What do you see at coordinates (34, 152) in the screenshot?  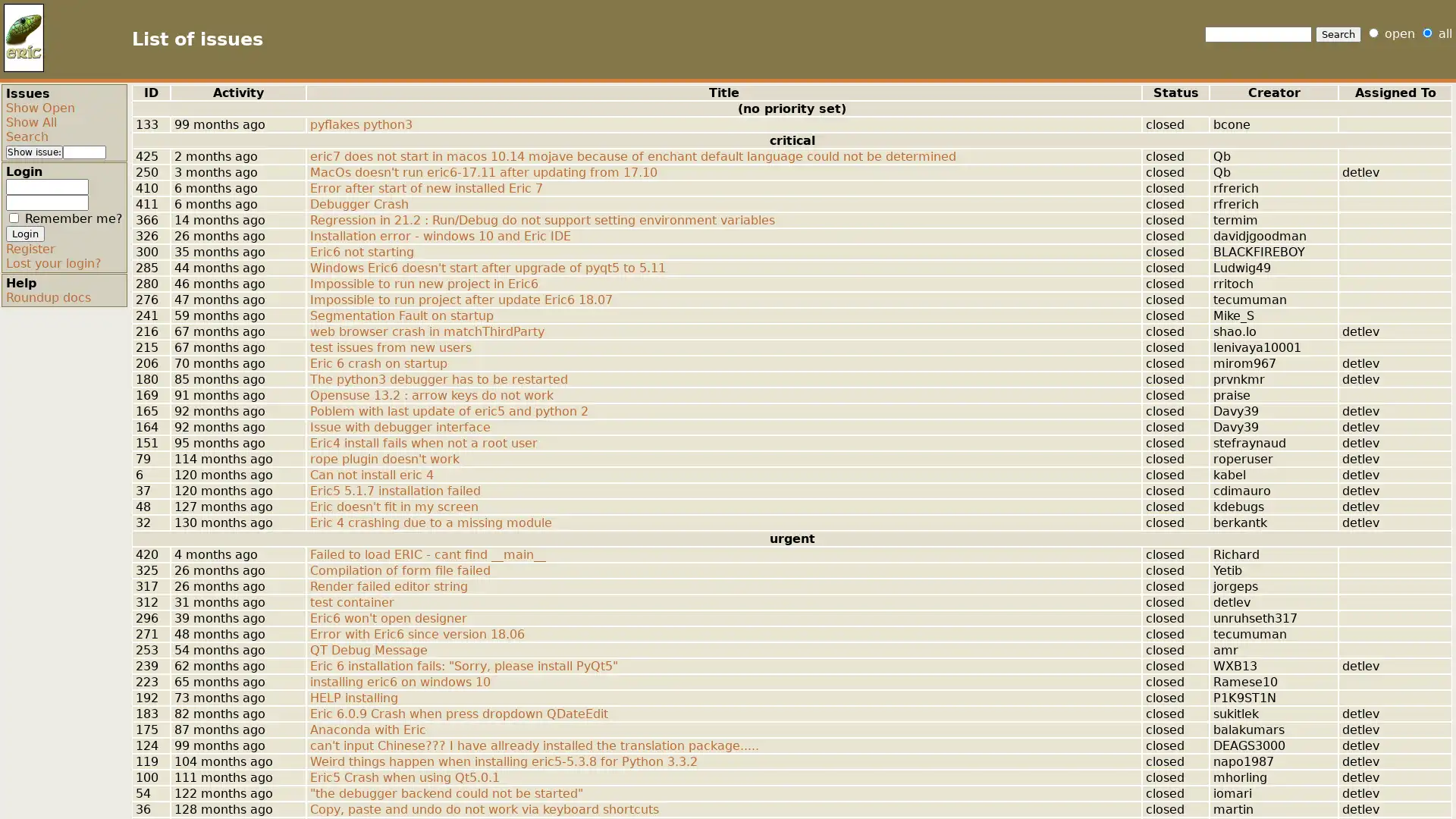 I see `Show issue:` at bounding box center [34, 152].